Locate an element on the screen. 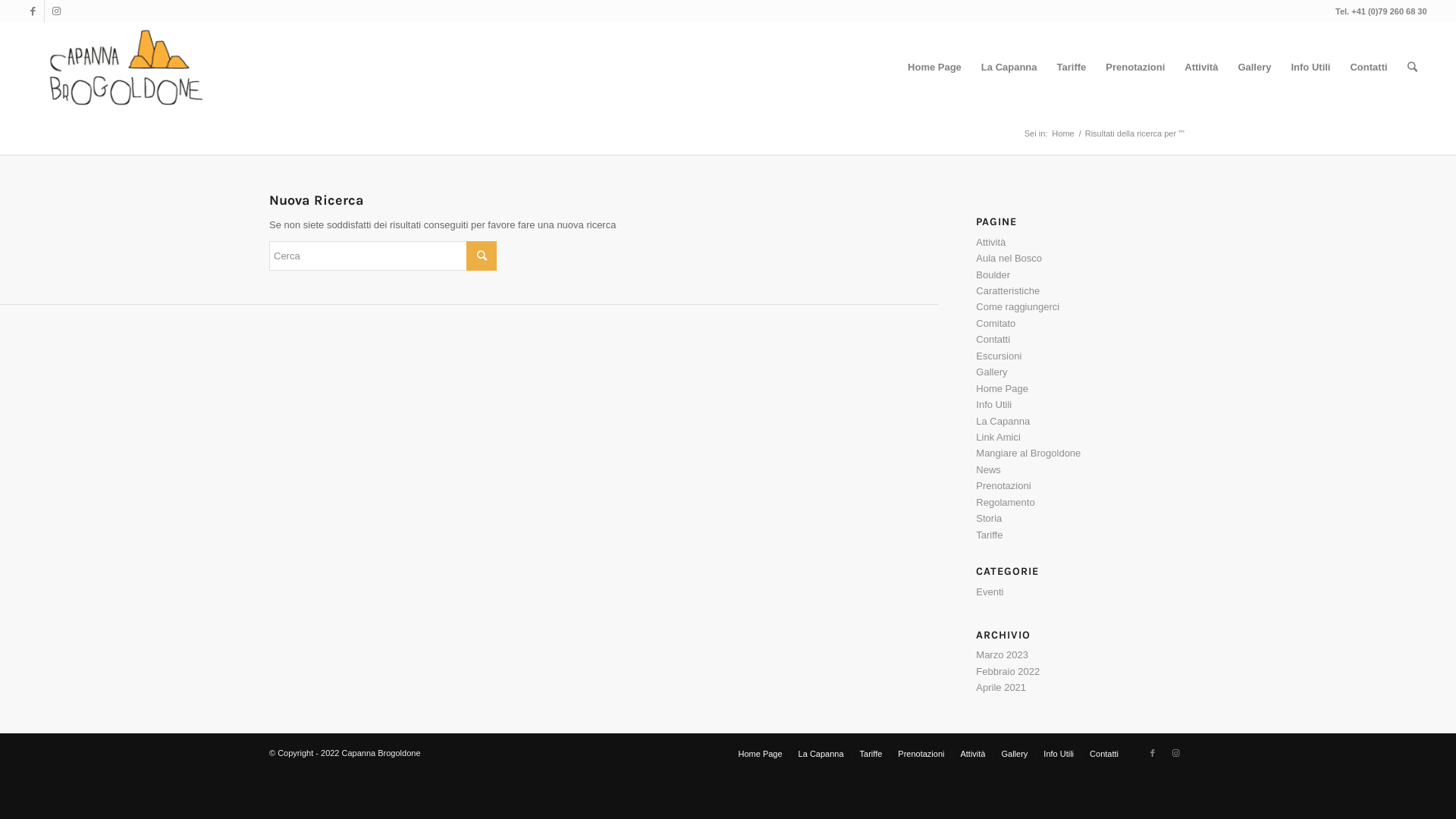  'Gallery' is located at coordinates (991, 372).